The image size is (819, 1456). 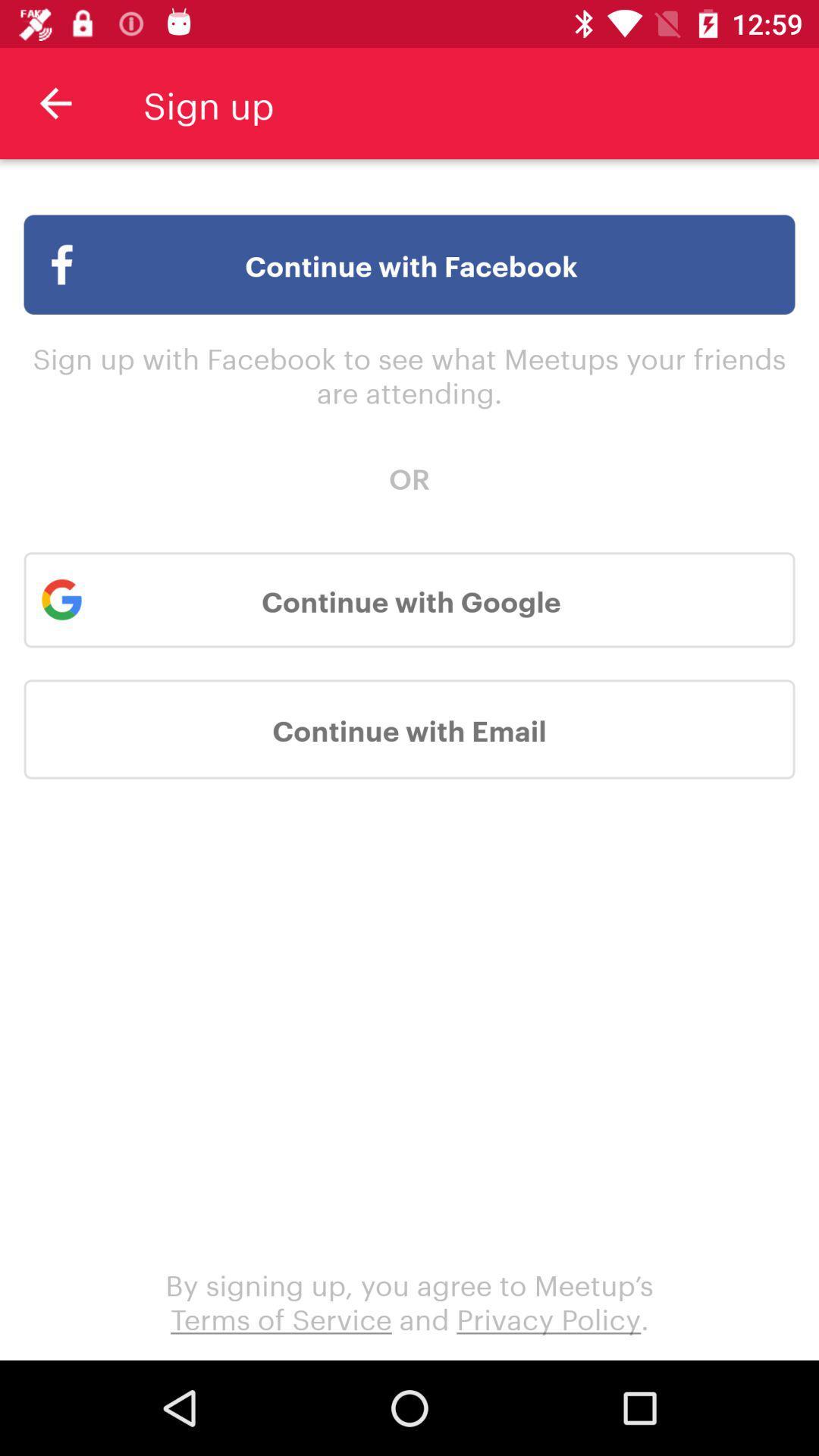 What do you see at coordinates (409, 1300) in the screenshot?
I see `by signing up` at bounding box center [409, 1300].